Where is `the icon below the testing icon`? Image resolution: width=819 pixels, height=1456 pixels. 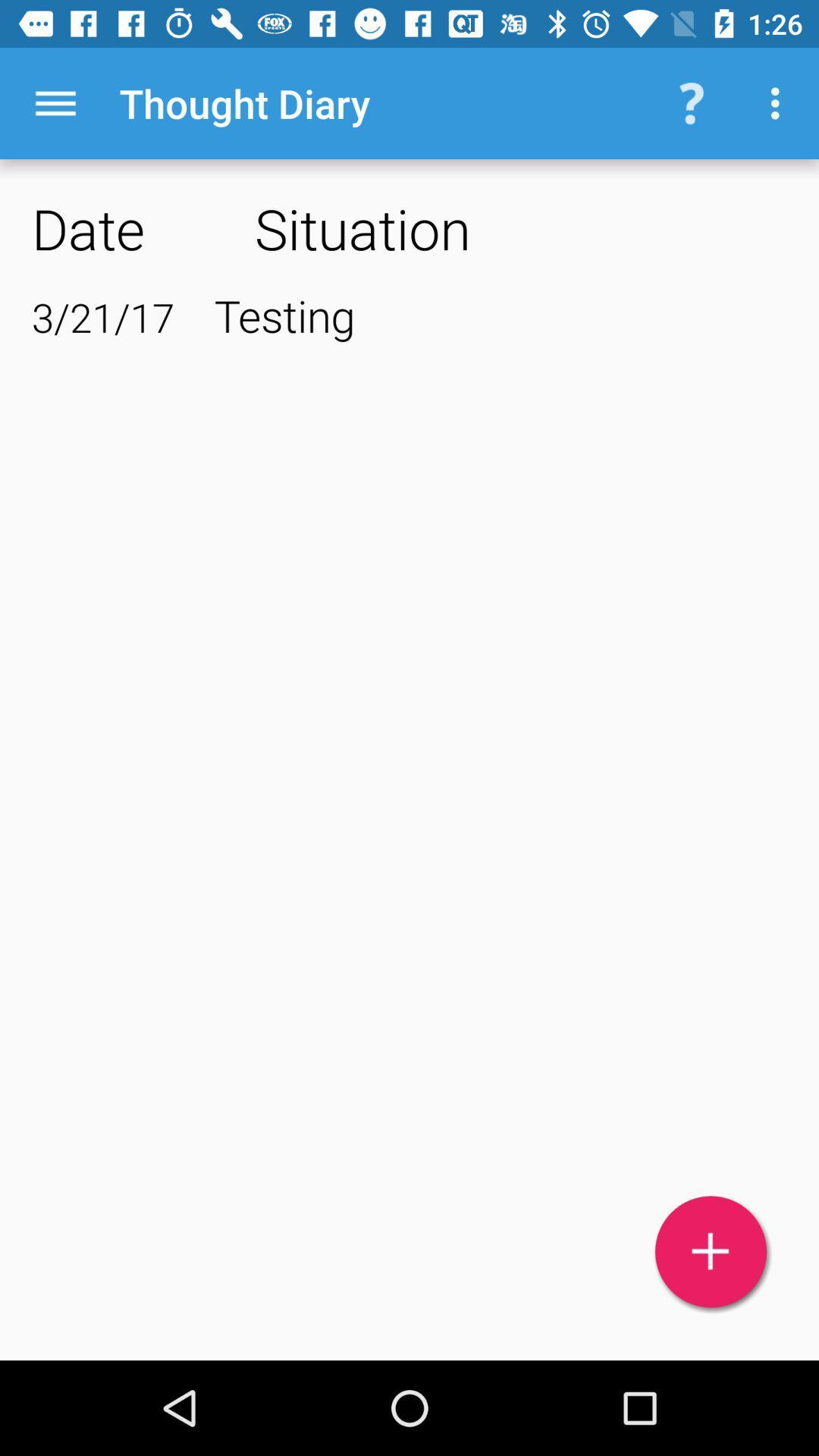 the icon below the testing icon is located at coordinates (711, 1251).